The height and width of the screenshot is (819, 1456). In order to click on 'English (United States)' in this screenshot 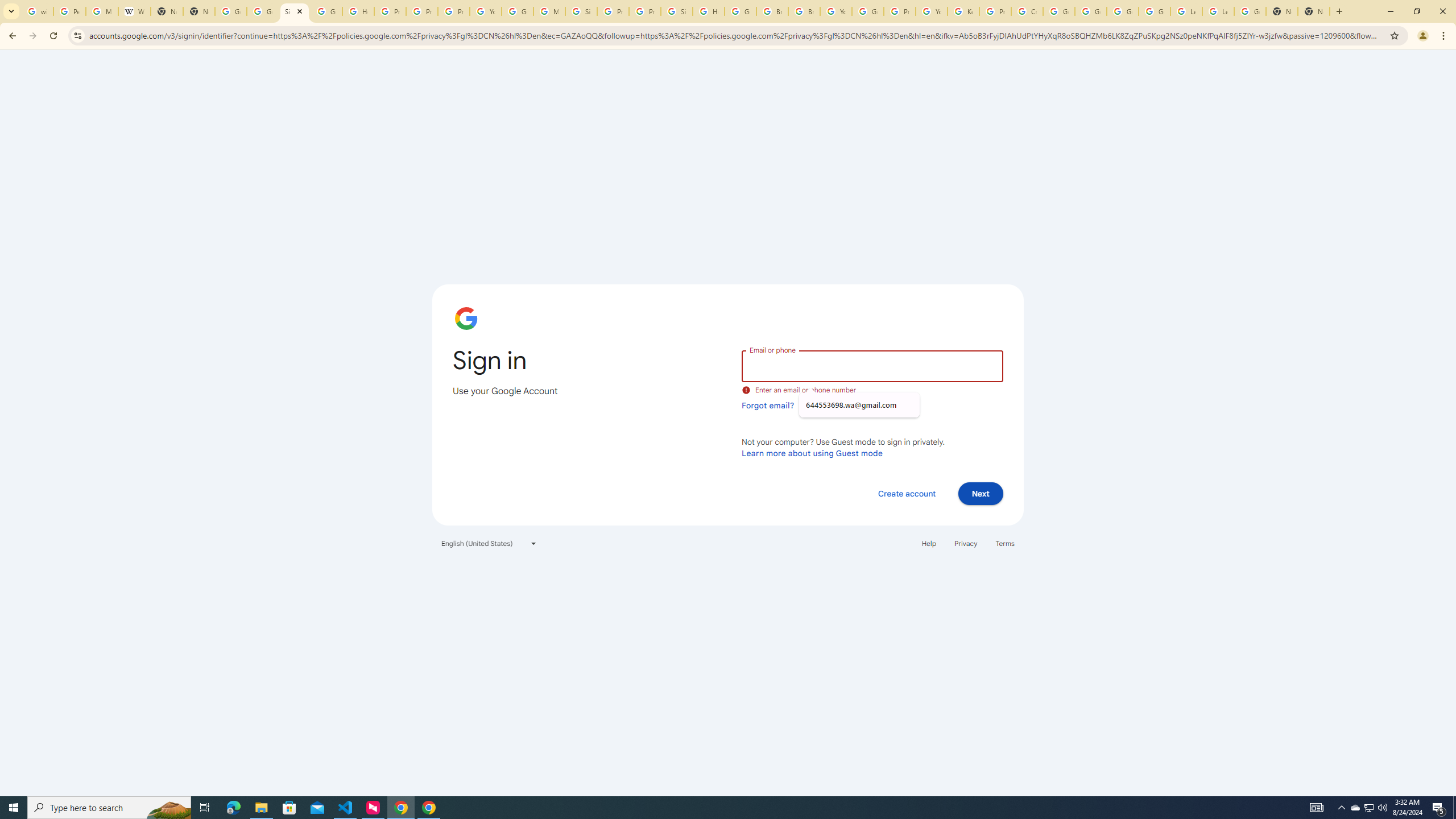, I will do `click(489, 543)`.